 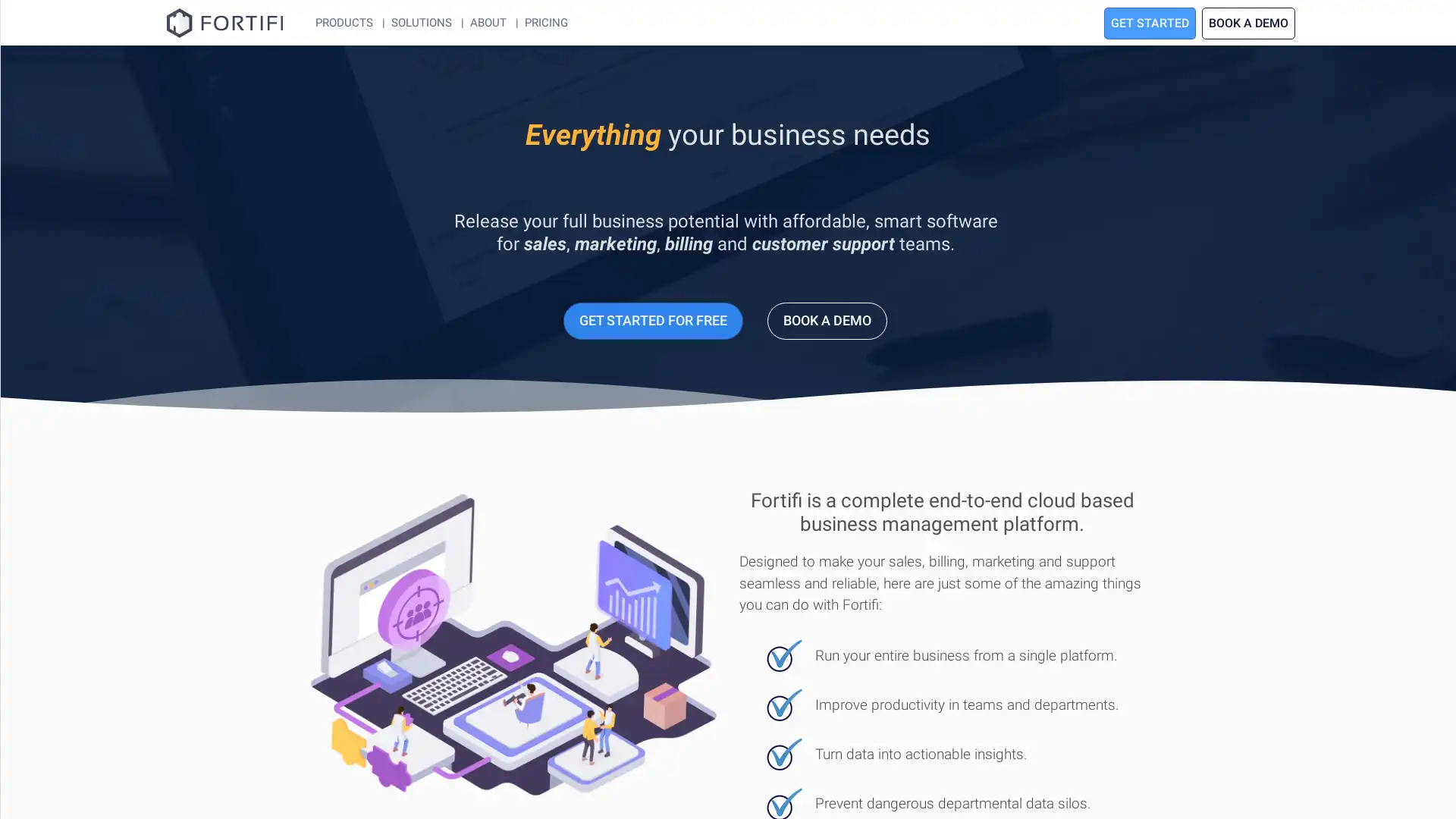 What do you see at coordinates (825, 320) in the screenshot?
I see `BOOK A DEMO` at bounding box center [825, 320].